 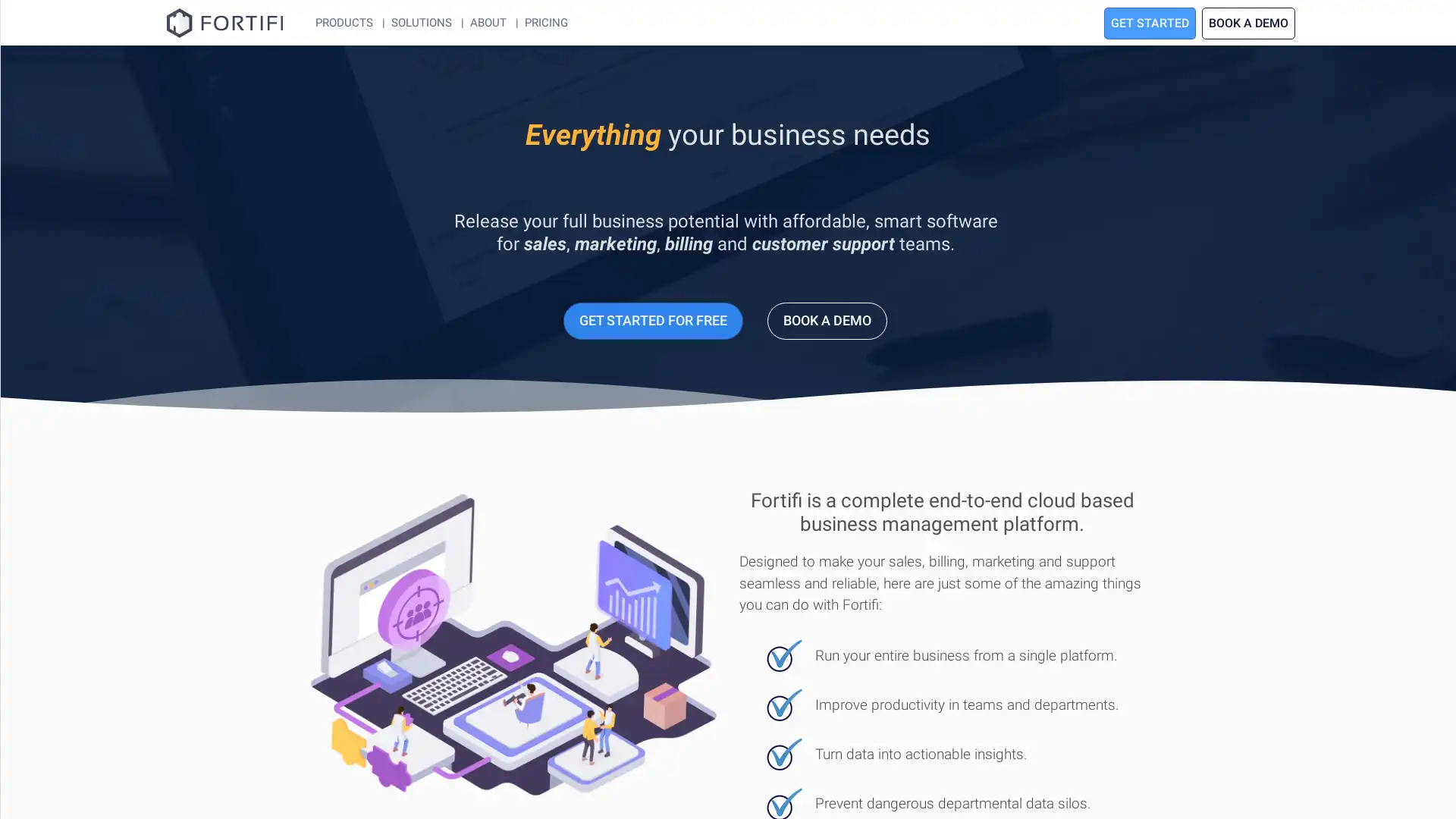 What do you see at coordinates (825, 320) in the screenshot?
I see `BOOK A DEMO` at bounding box center [825, 320].